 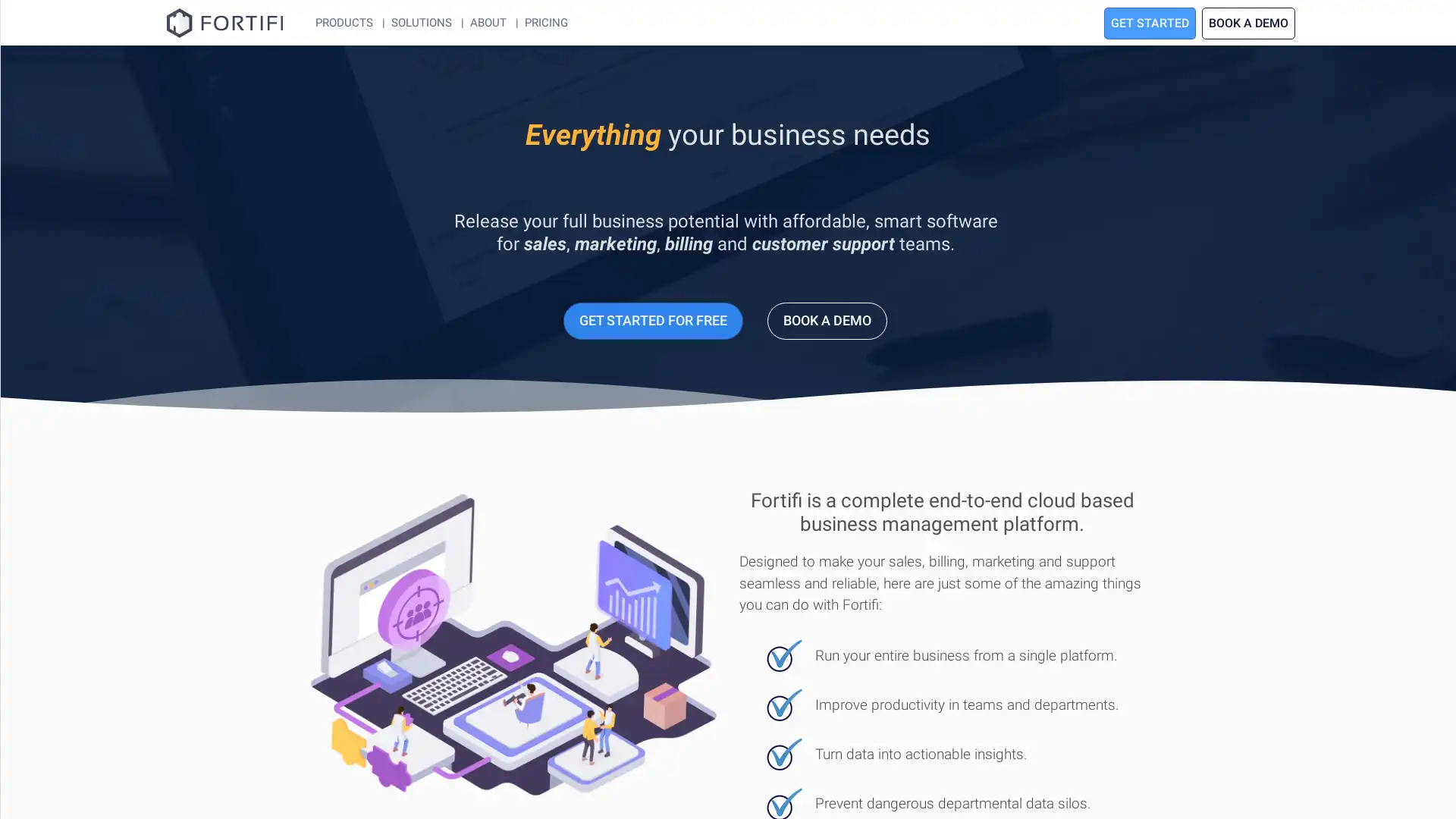 What do you see at coordinates (825, 320) in the screenshot?
I see `BOOK A DEMO` at bounding box center [825, 320].